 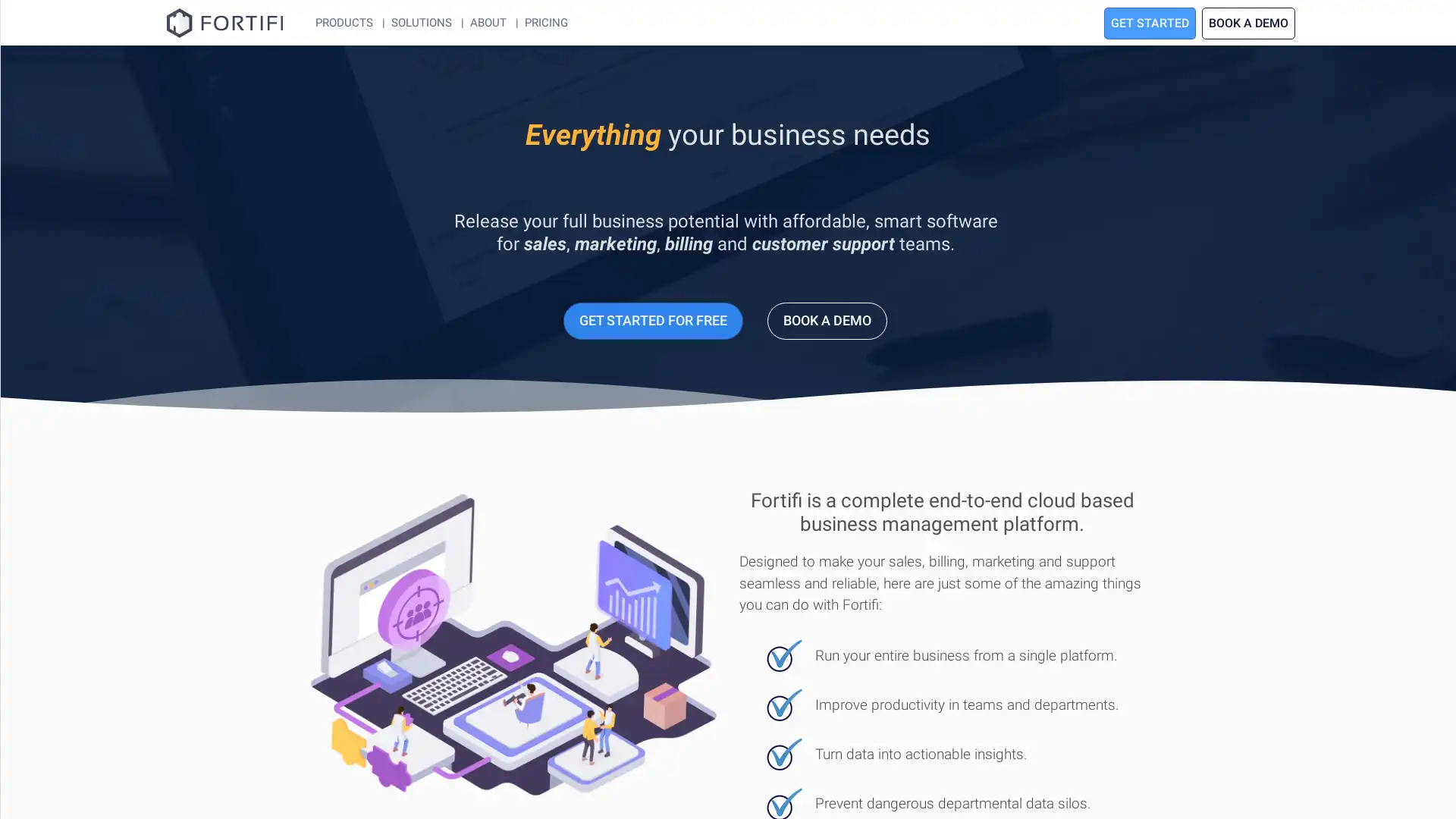 What do you see at coordinates (825, 320) in the screenshot?
I see `BOOK A DEMO` at bounding box center [825, 320].